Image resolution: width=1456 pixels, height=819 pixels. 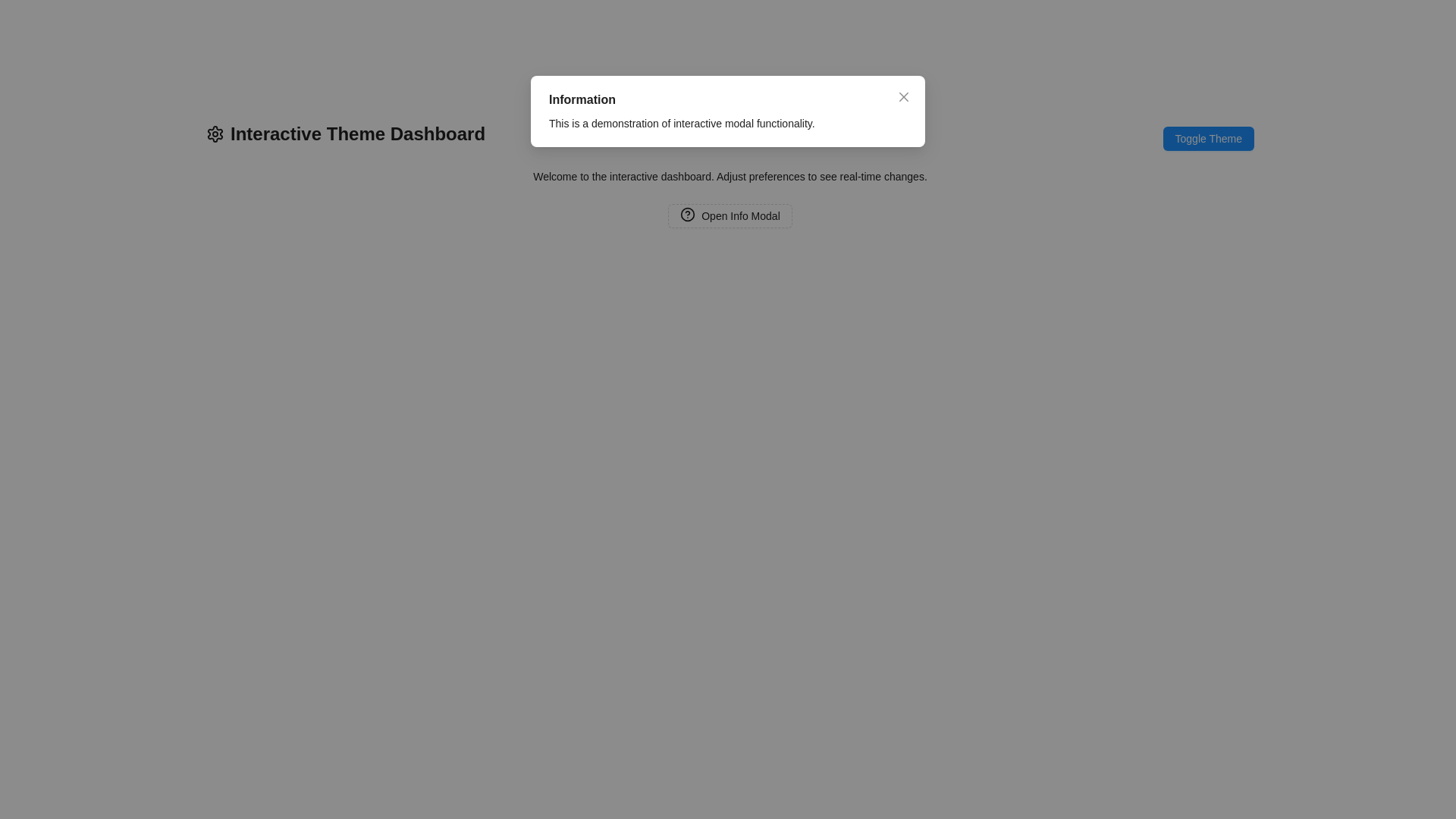 I want to click on the settings icon located to the left of the 'Interactive Theme Dashboard' text, so click(x=214, y=133).